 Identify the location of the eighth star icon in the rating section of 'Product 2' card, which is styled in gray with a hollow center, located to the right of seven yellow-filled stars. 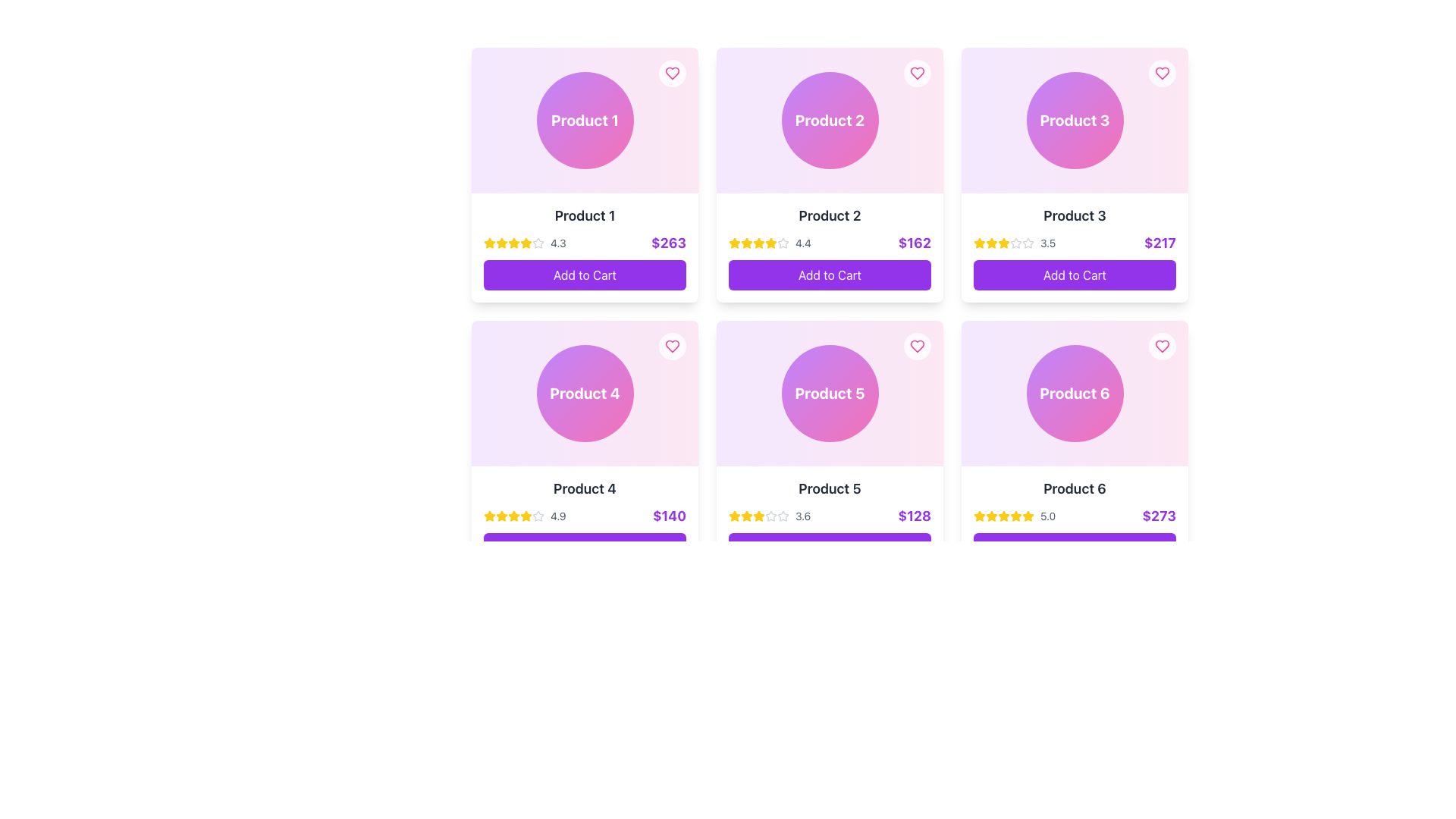
(783, 242).